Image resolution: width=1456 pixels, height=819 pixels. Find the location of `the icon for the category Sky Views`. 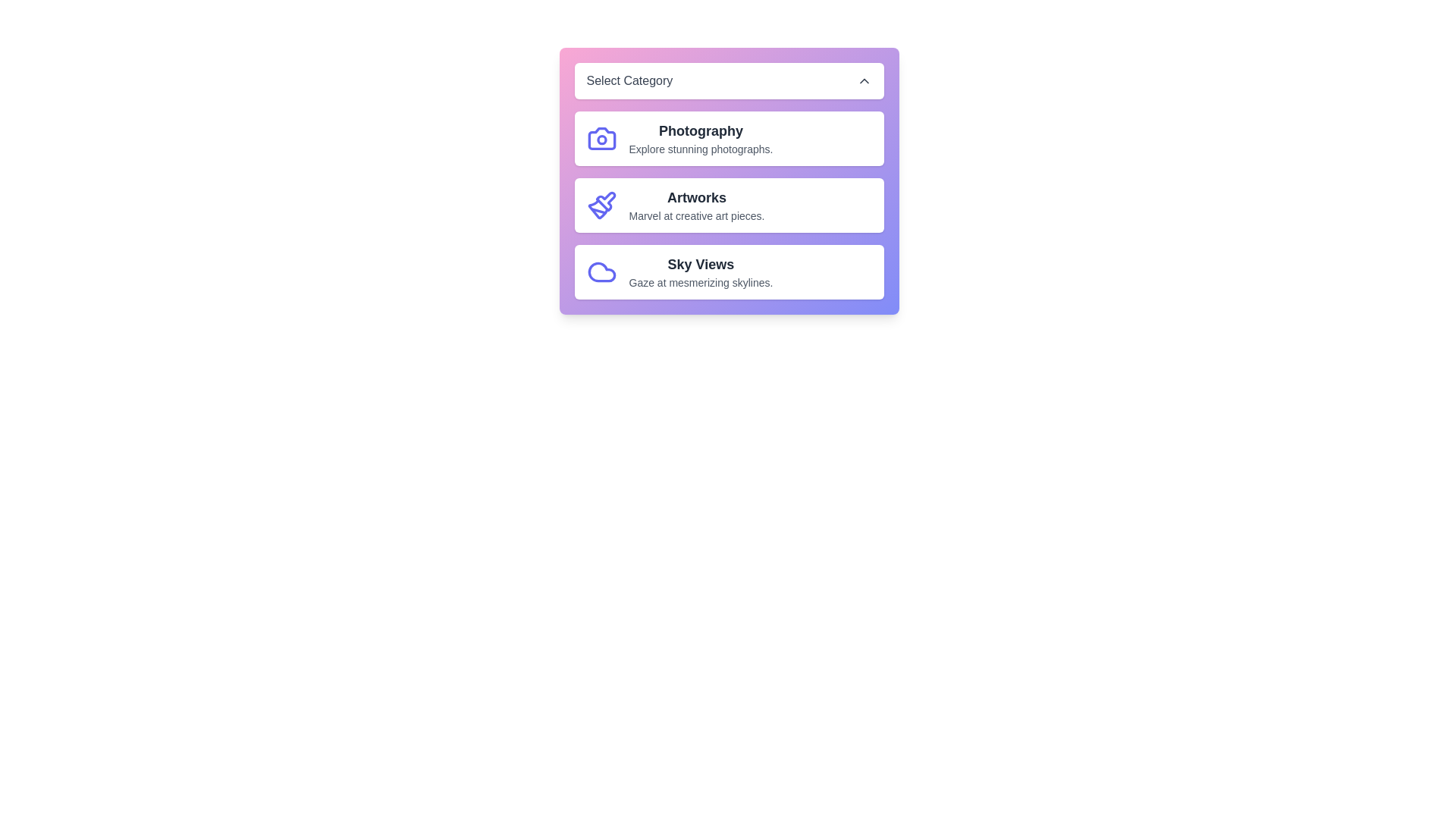

the icon for the category Sky Views is located at coordinates (601, 271).